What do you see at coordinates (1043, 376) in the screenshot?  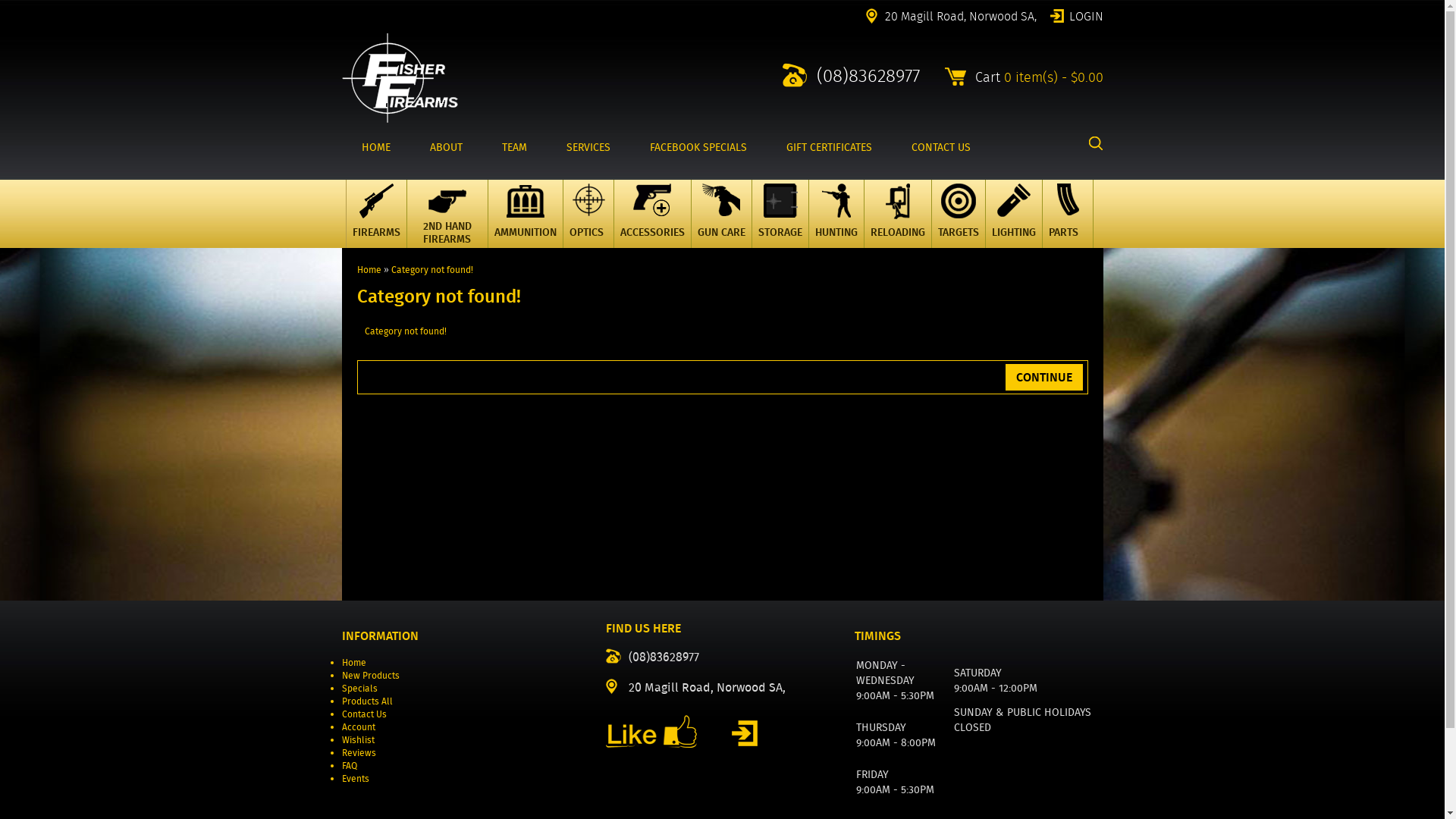 I see `'CONTINUE'` at bounding box center [1043, 376].